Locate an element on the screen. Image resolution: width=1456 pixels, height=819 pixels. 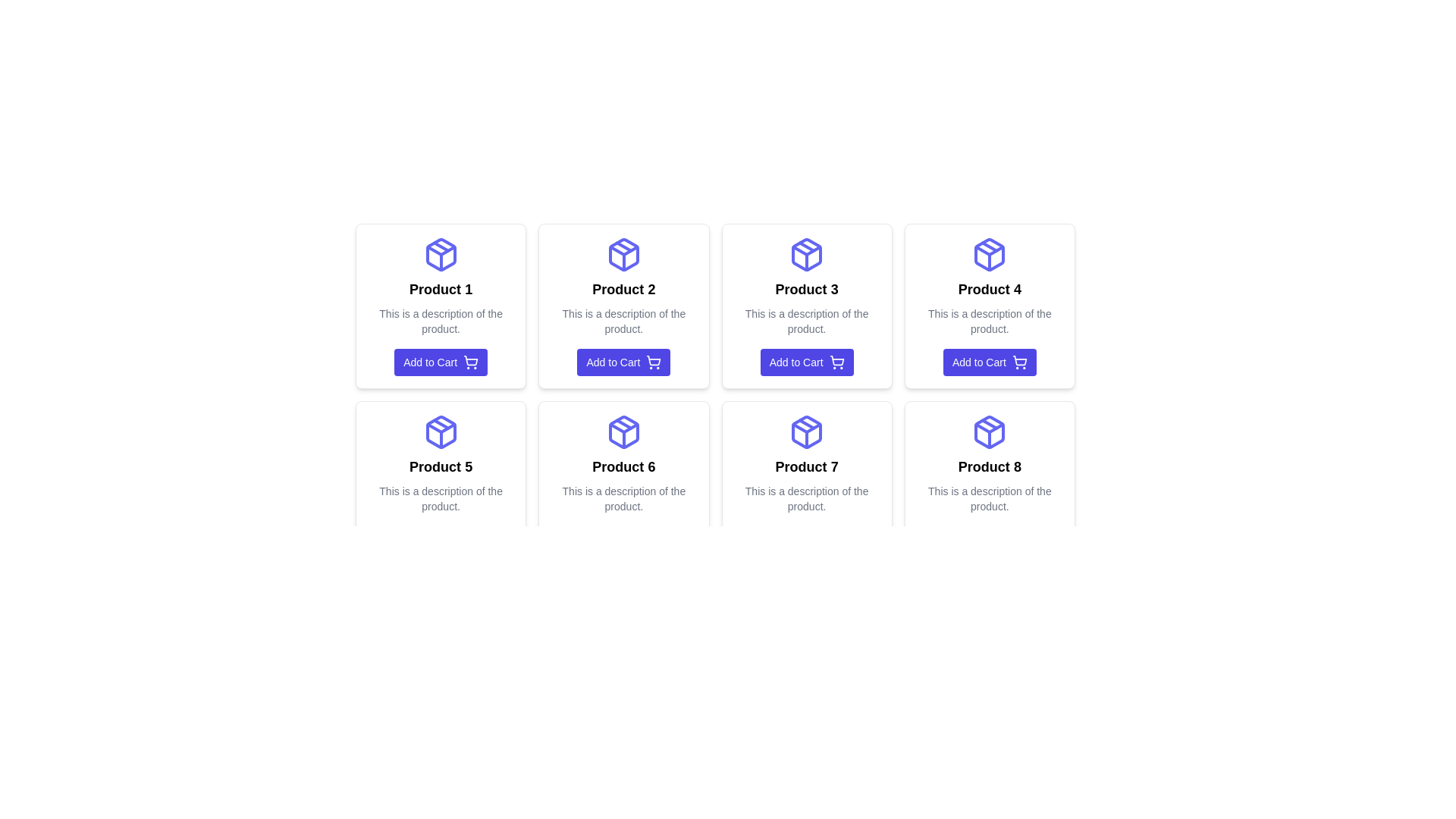
the product name text label, which is the top textual component within its card layout, located in the first row, third column of the grid layout is located at coordinates (806, 289).